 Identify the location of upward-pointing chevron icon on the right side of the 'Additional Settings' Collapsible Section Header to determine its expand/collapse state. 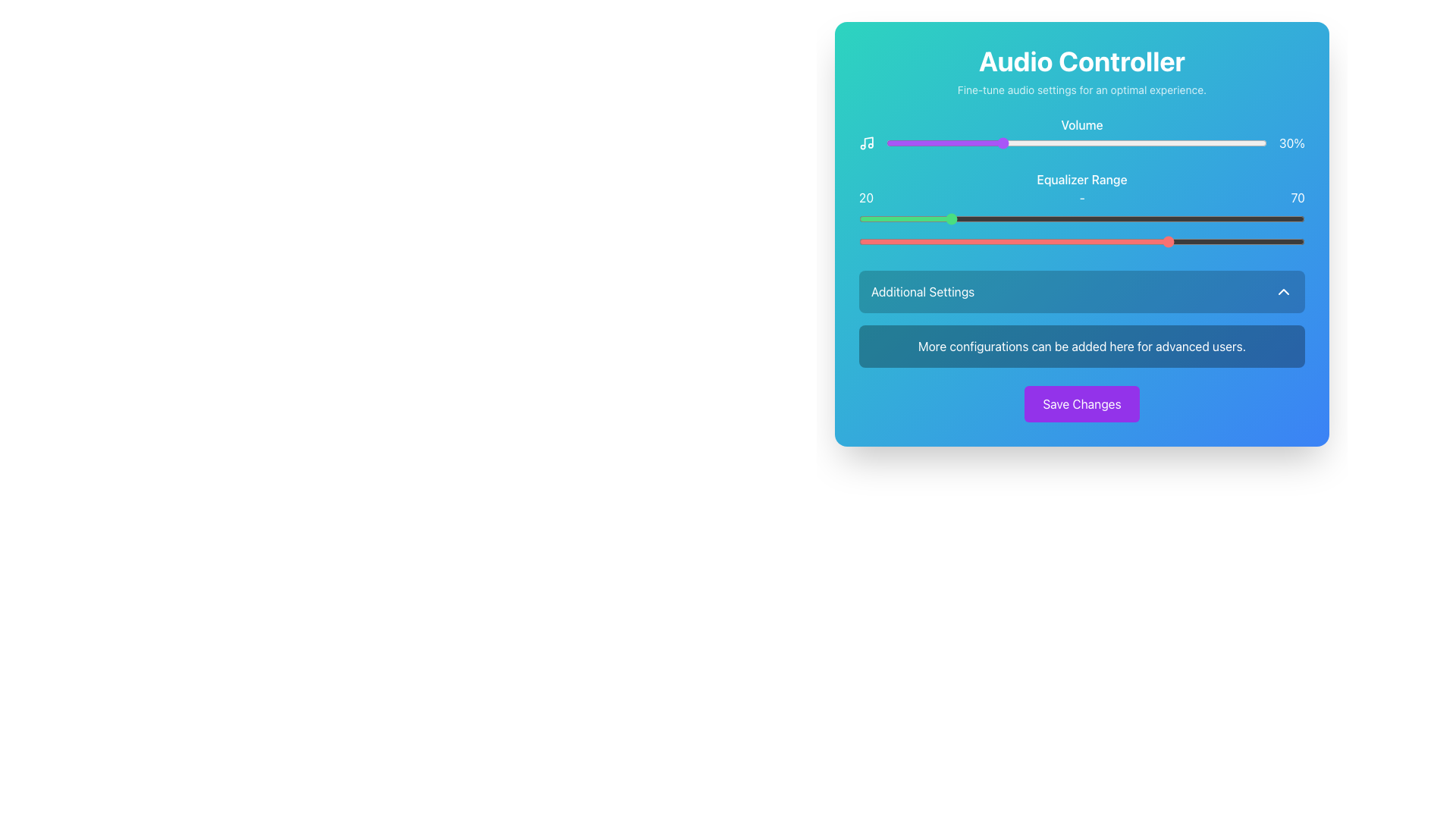
(1081, 318).